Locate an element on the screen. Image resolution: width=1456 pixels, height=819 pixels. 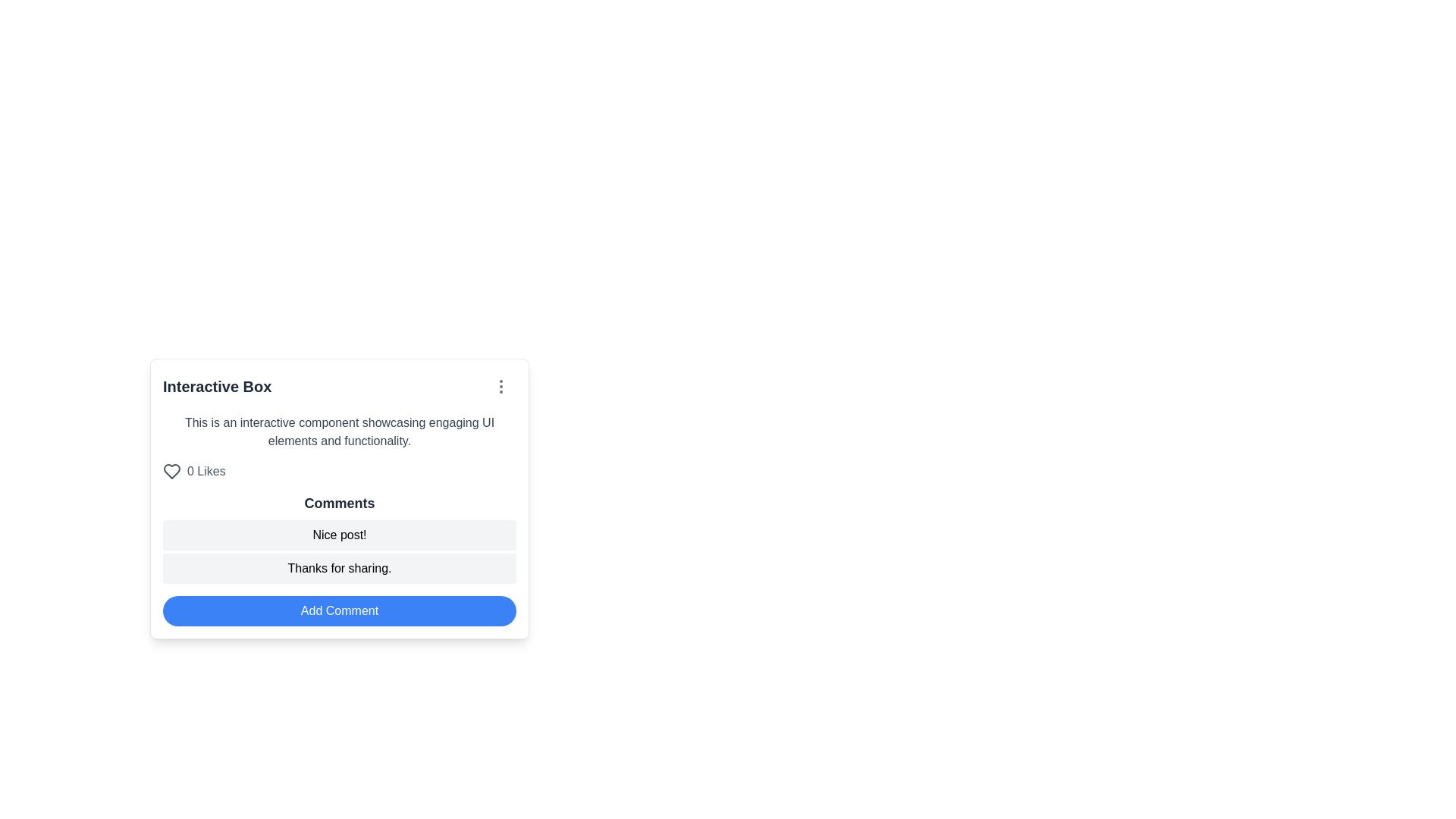
the Text Label that serves as a title or header for the comments section, located between the 'Likes' section and the list of comments is located at coordinates (338, 503).